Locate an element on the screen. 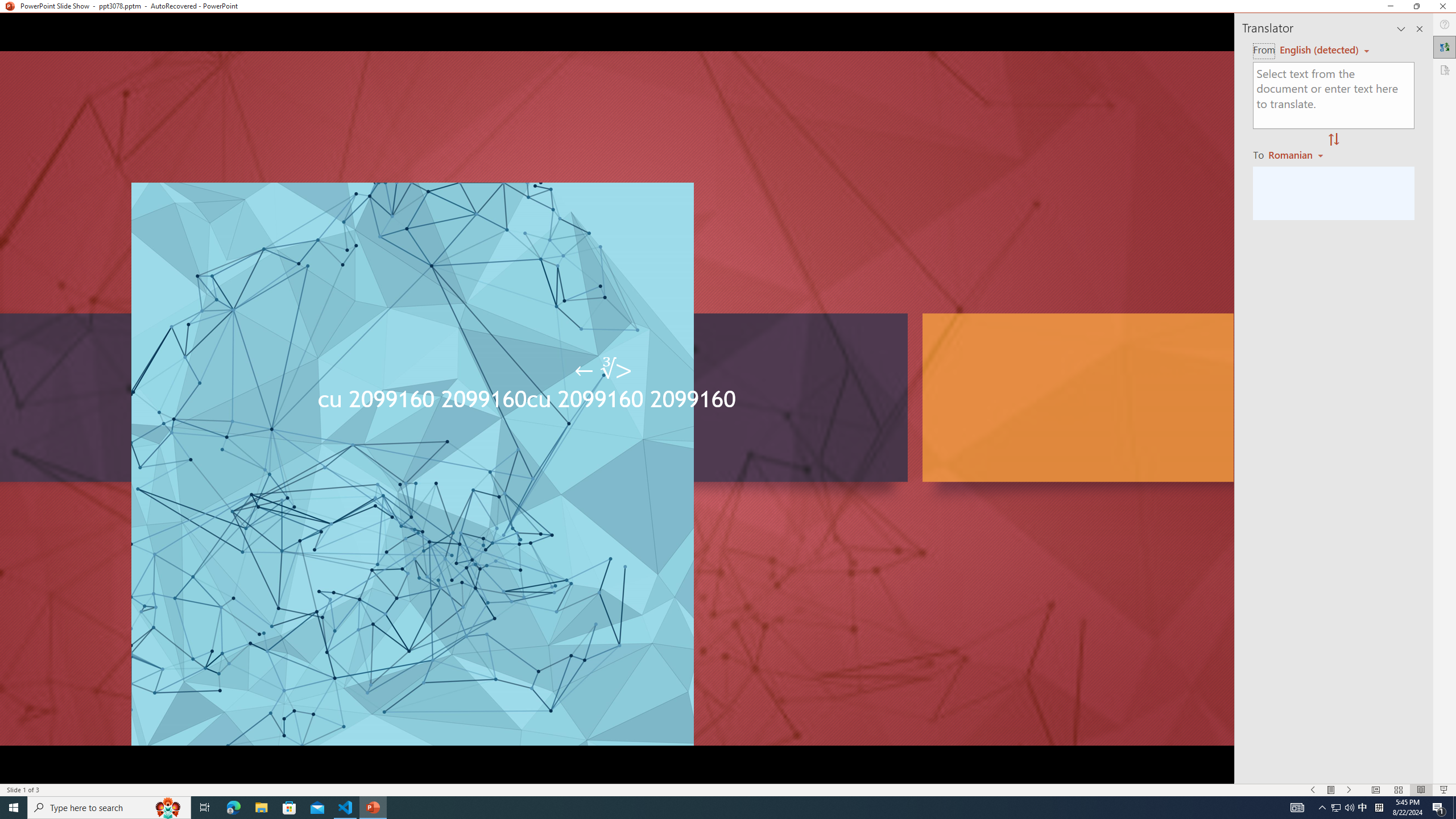 The image size is (1456, 819). 'Menu On' is located at coordinates (1331, 790).